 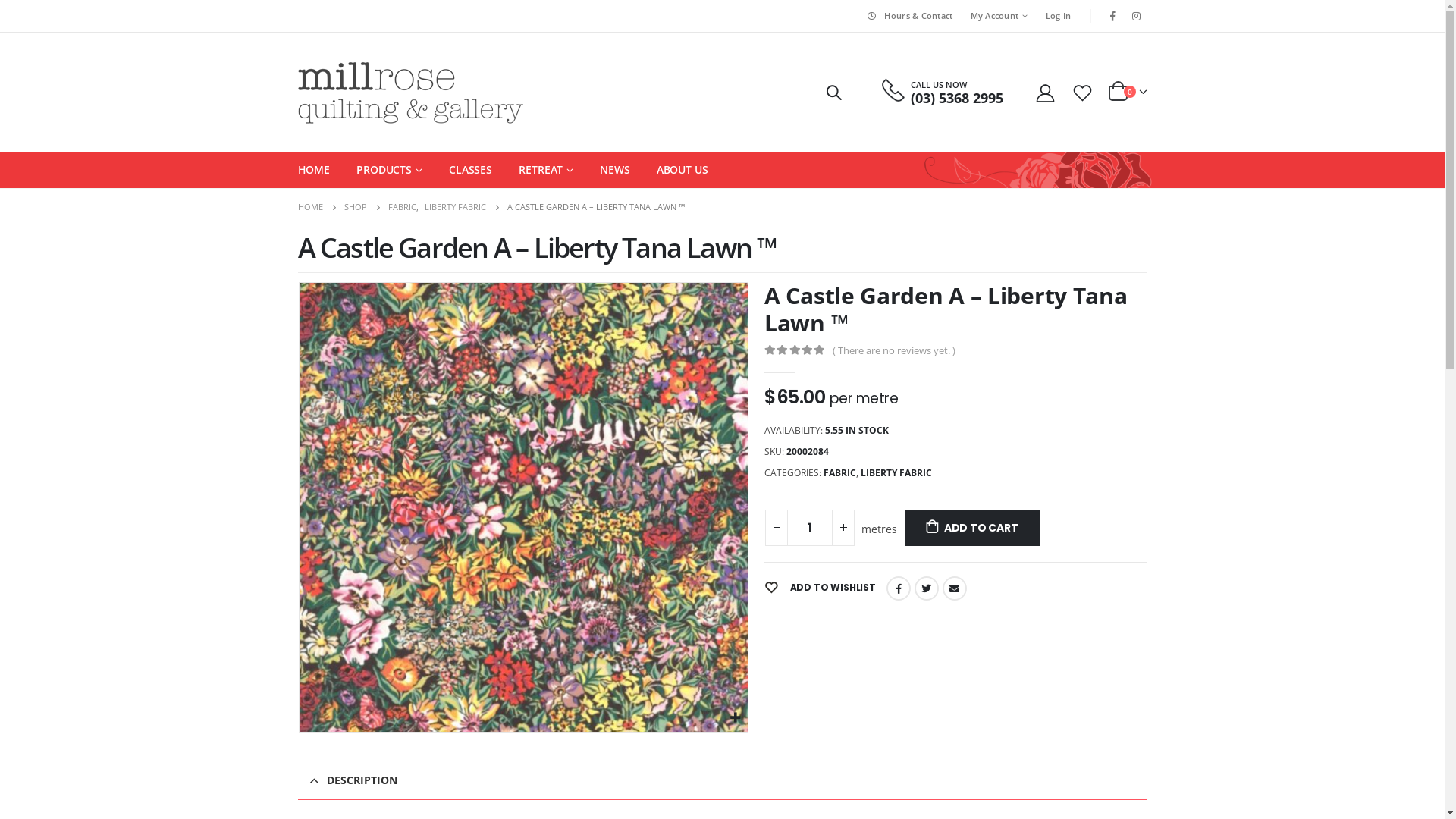 I want to click on 'Log In', so click(x=1058, y=15).